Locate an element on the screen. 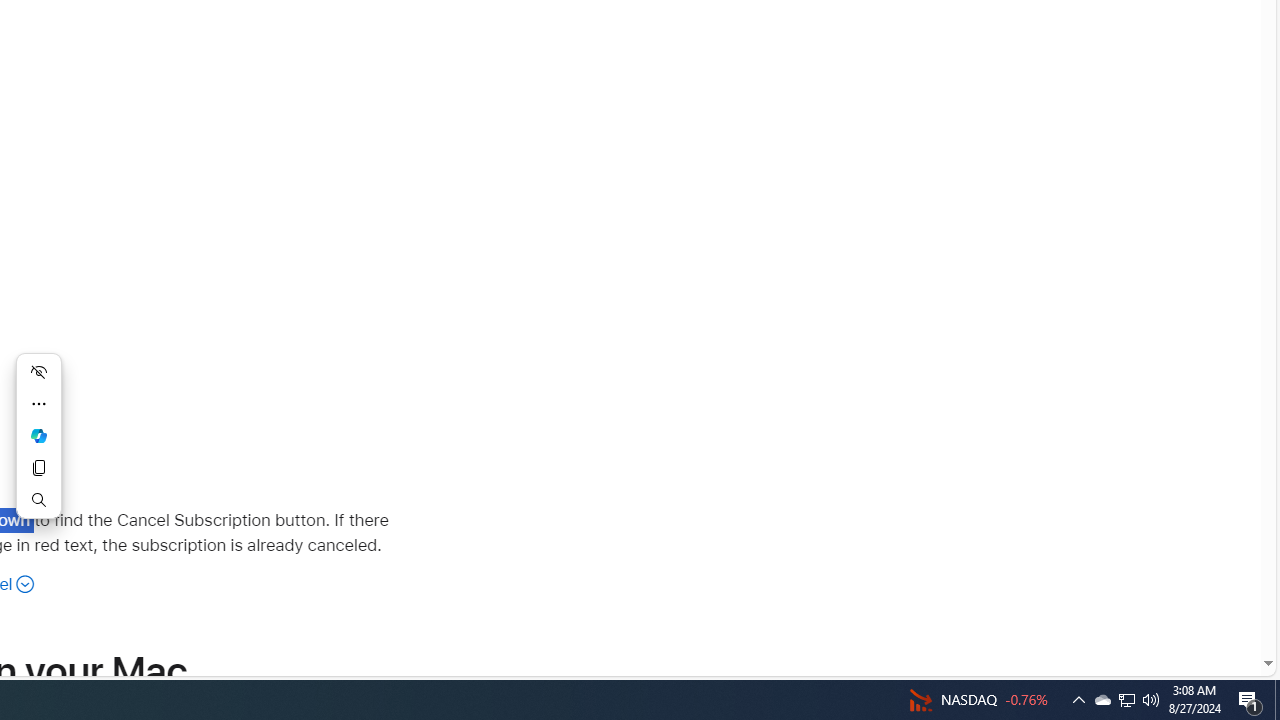  'Ask Copilot' is located at coordinates (39, 434).